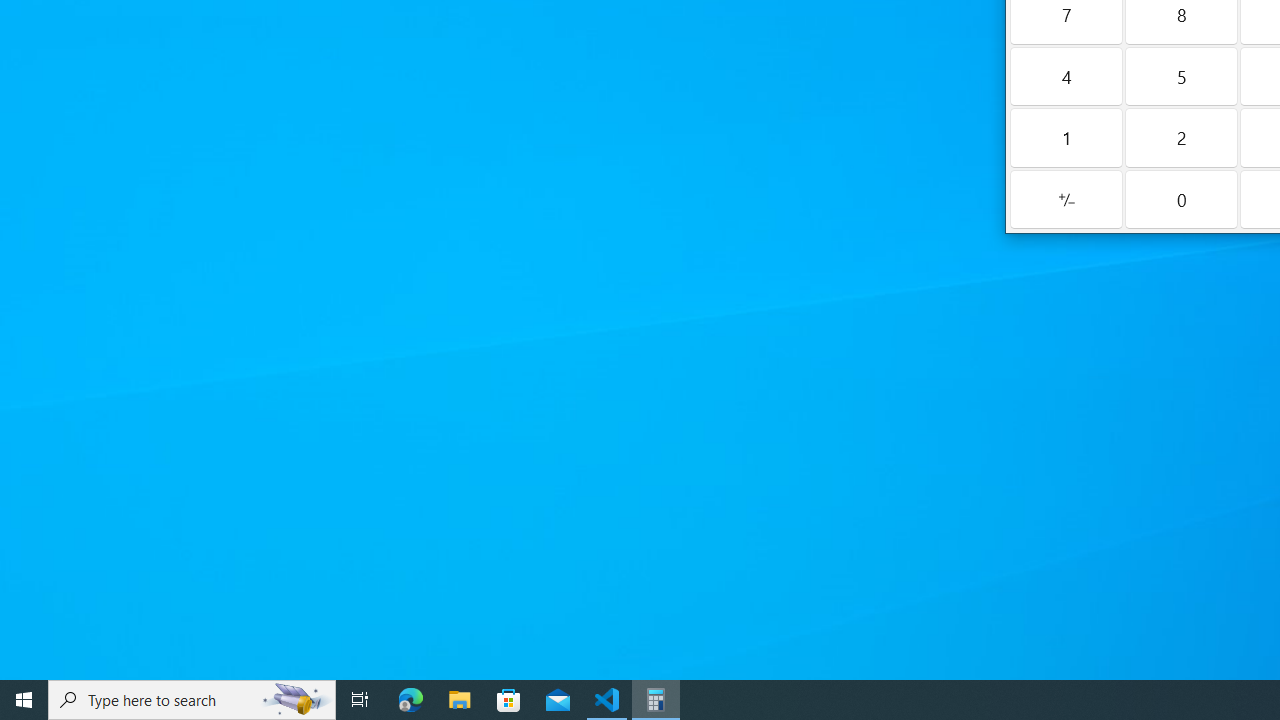  Describe the element at coordinates (1181, 136) in the screenshot. I see `'Two'` at that location.